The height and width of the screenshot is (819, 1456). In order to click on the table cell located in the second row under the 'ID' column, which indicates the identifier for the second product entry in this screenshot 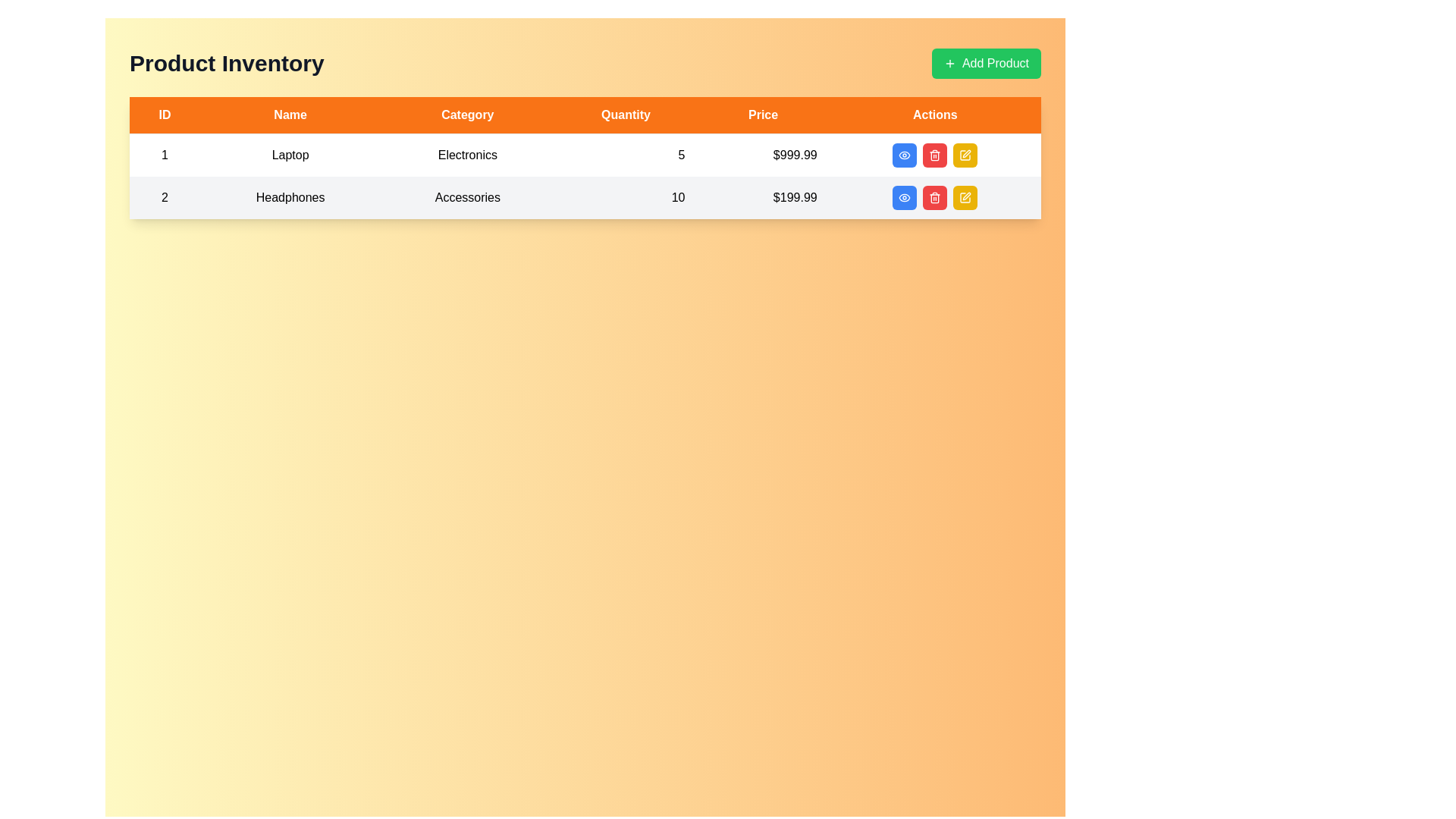, I will do `click(165, 197)`.